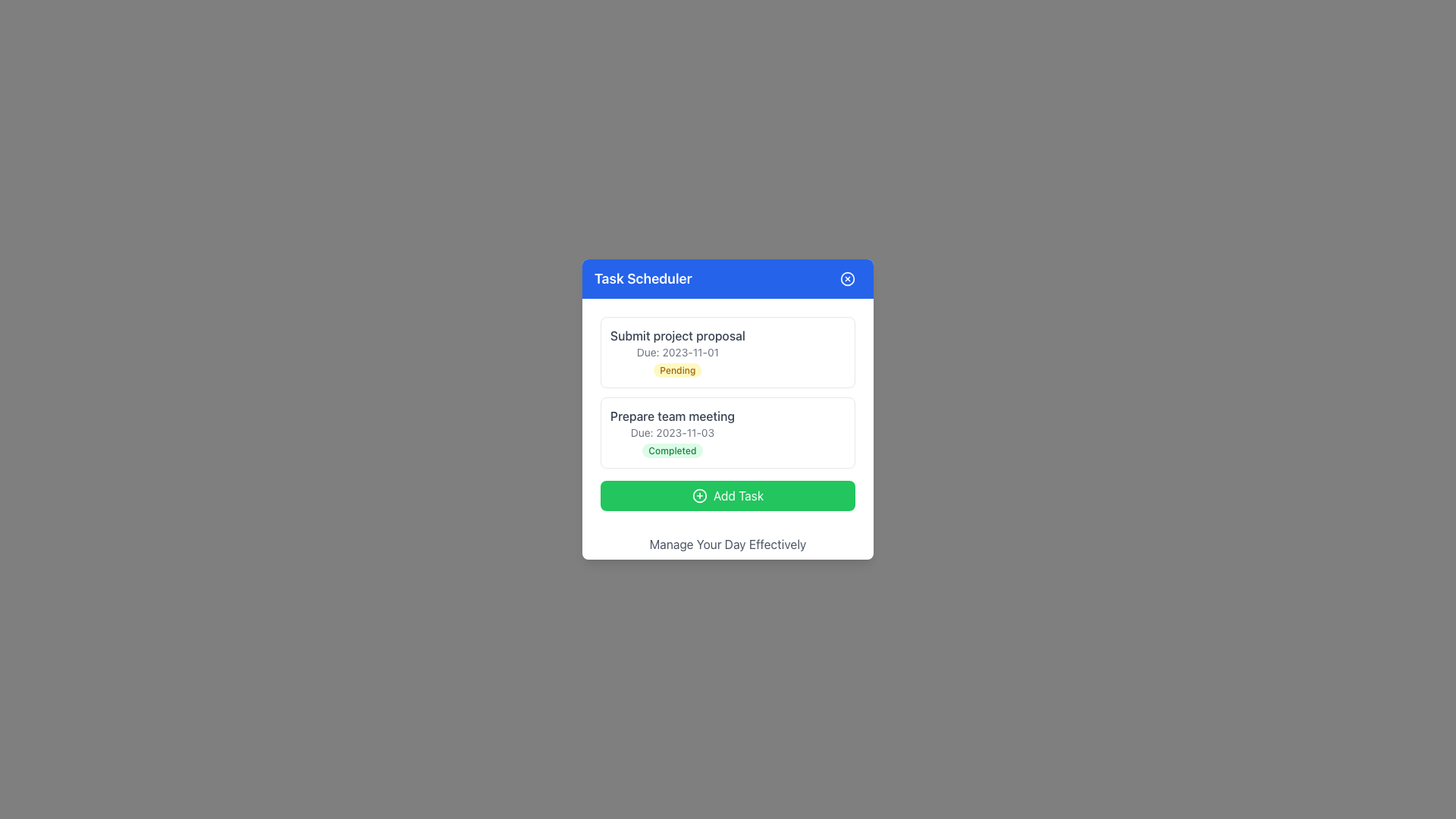  What do you see at coordinates (698, 496) in the screenshot?
I see `the 'Add Task' button, which features an SVG circle icon with a green background and a cross symbol, located at the bottom of the task scheduler's main window` at bounding box center [698, 496].